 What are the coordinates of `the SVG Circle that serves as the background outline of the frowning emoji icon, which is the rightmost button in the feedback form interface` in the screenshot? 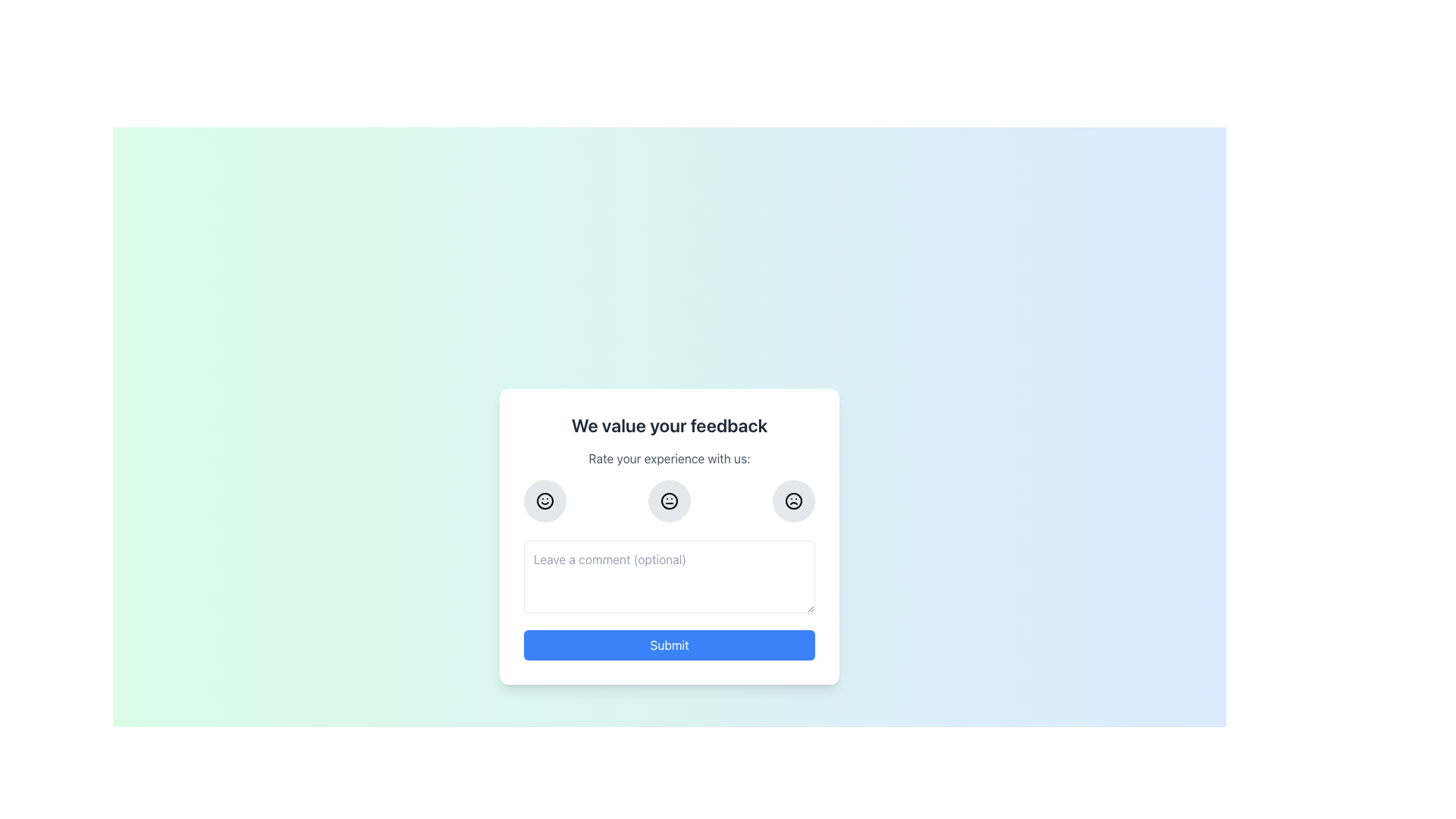 It's located at (792, 500).